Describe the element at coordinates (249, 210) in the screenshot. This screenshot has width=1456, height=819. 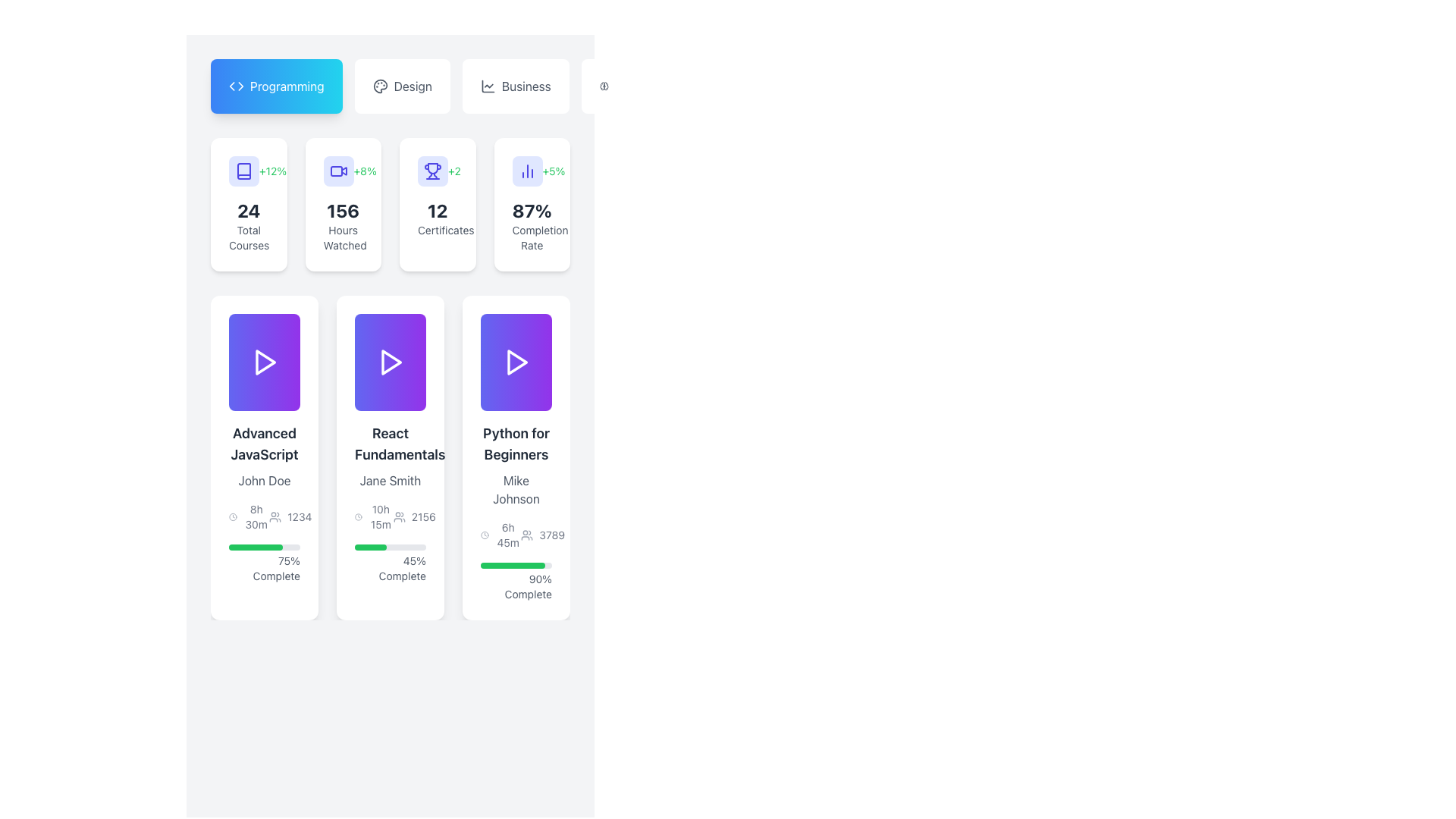
I see `the bold numeric text displaying '24' that is centrally aligned in the second row of the card component` at that location.